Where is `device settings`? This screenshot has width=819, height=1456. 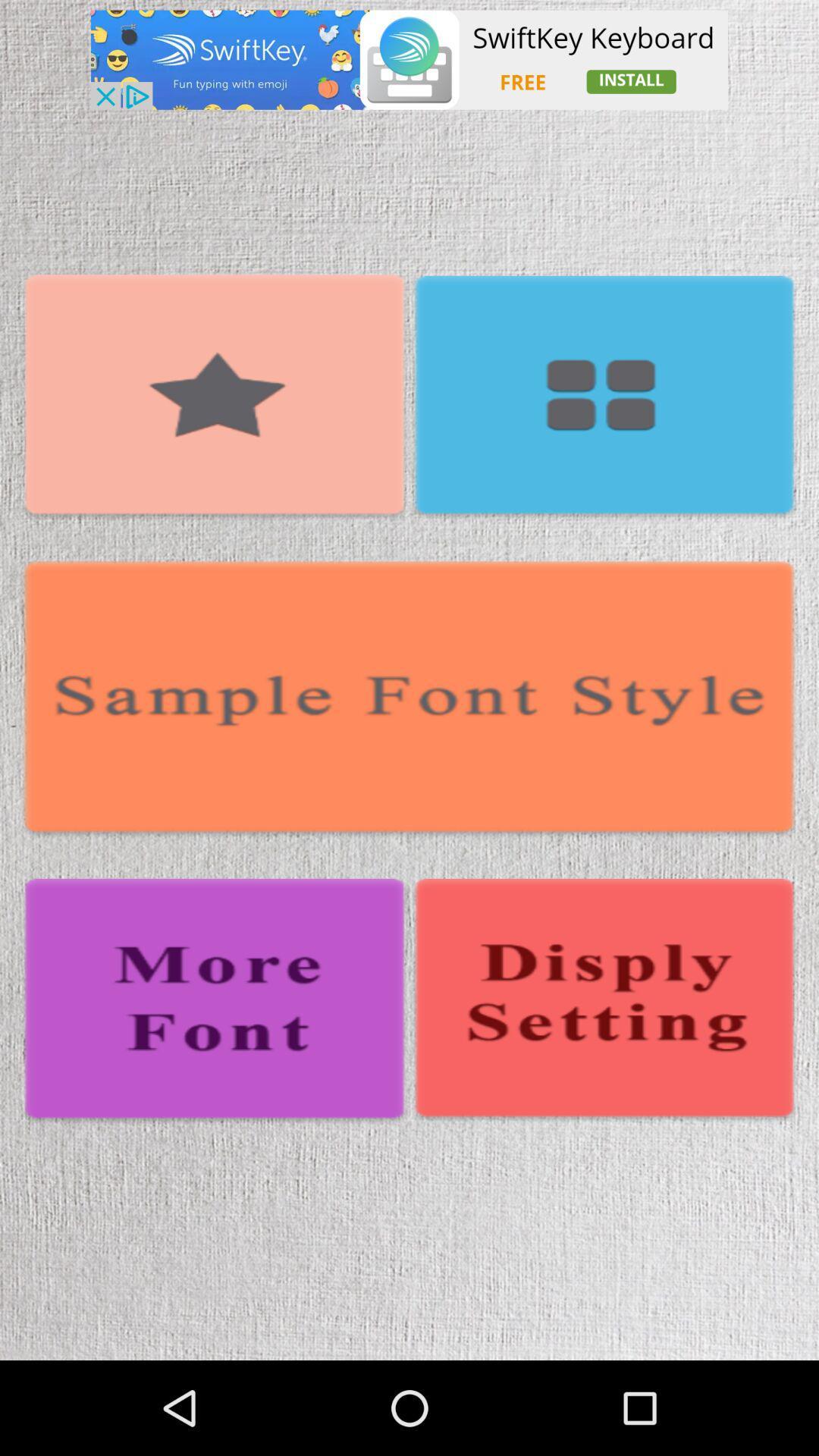
device settings is located at coordinates (603, 1001).